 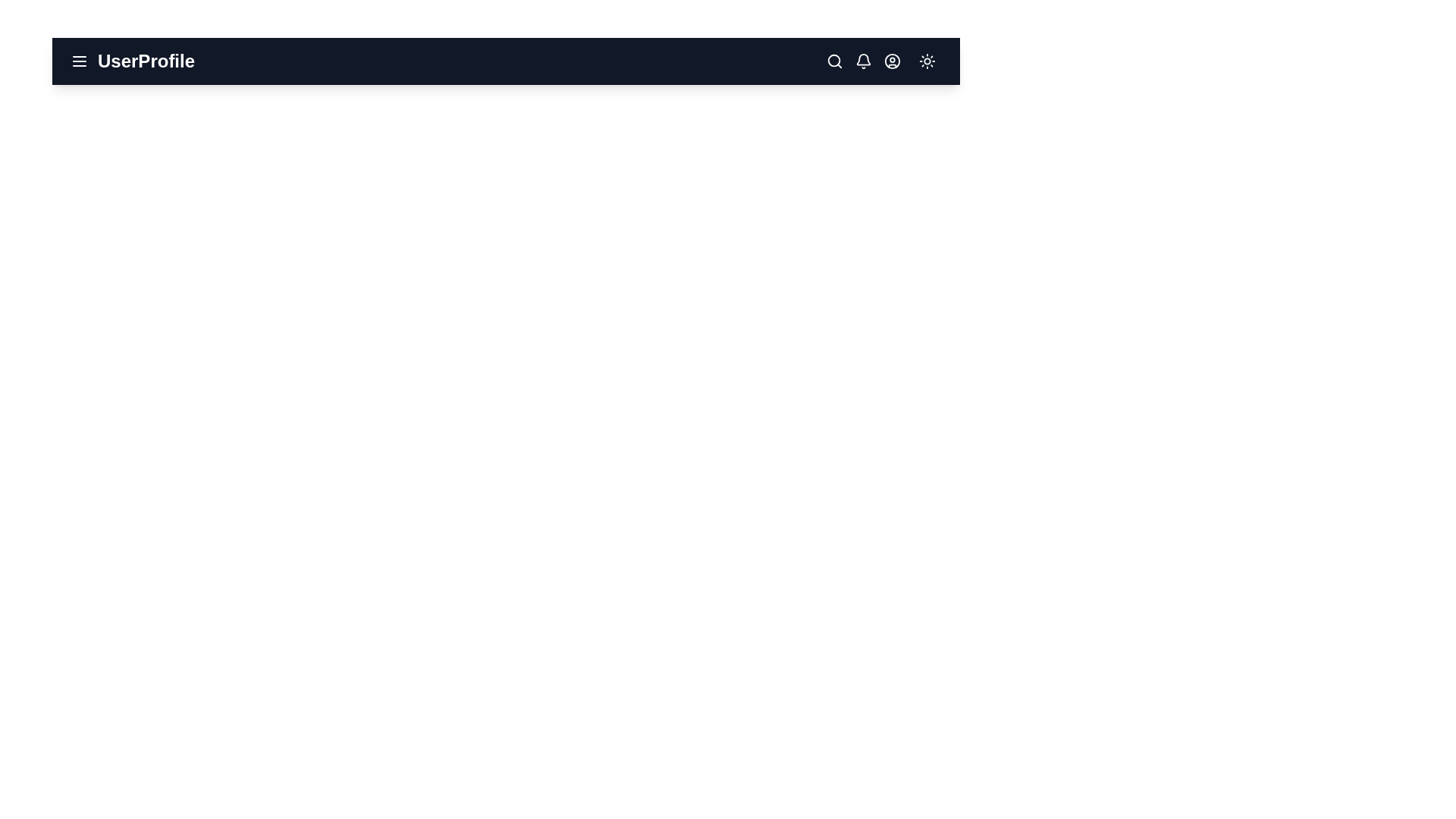 I want to click on the user profile icon to access the user profile options, so click(x=892, y=61).